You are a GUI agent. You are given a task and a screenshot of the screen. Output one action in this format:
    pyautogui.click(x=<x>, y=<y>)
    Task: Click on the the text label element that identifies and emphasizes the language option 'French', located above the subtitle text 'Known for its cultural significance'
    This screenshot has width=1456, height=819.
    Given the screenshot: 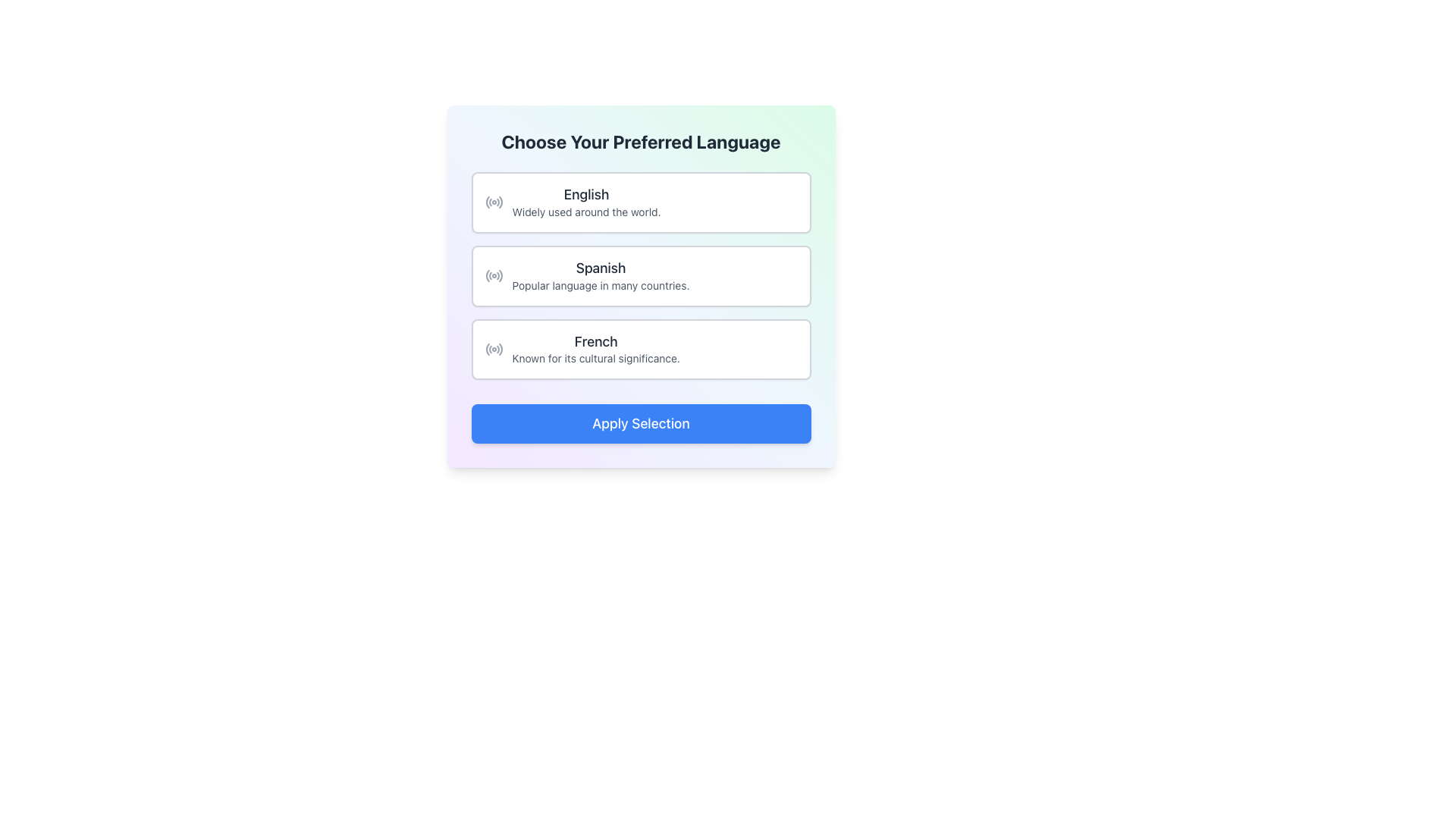 What is the action you would take?
    pyautogui.click(x=595, y=341)
    